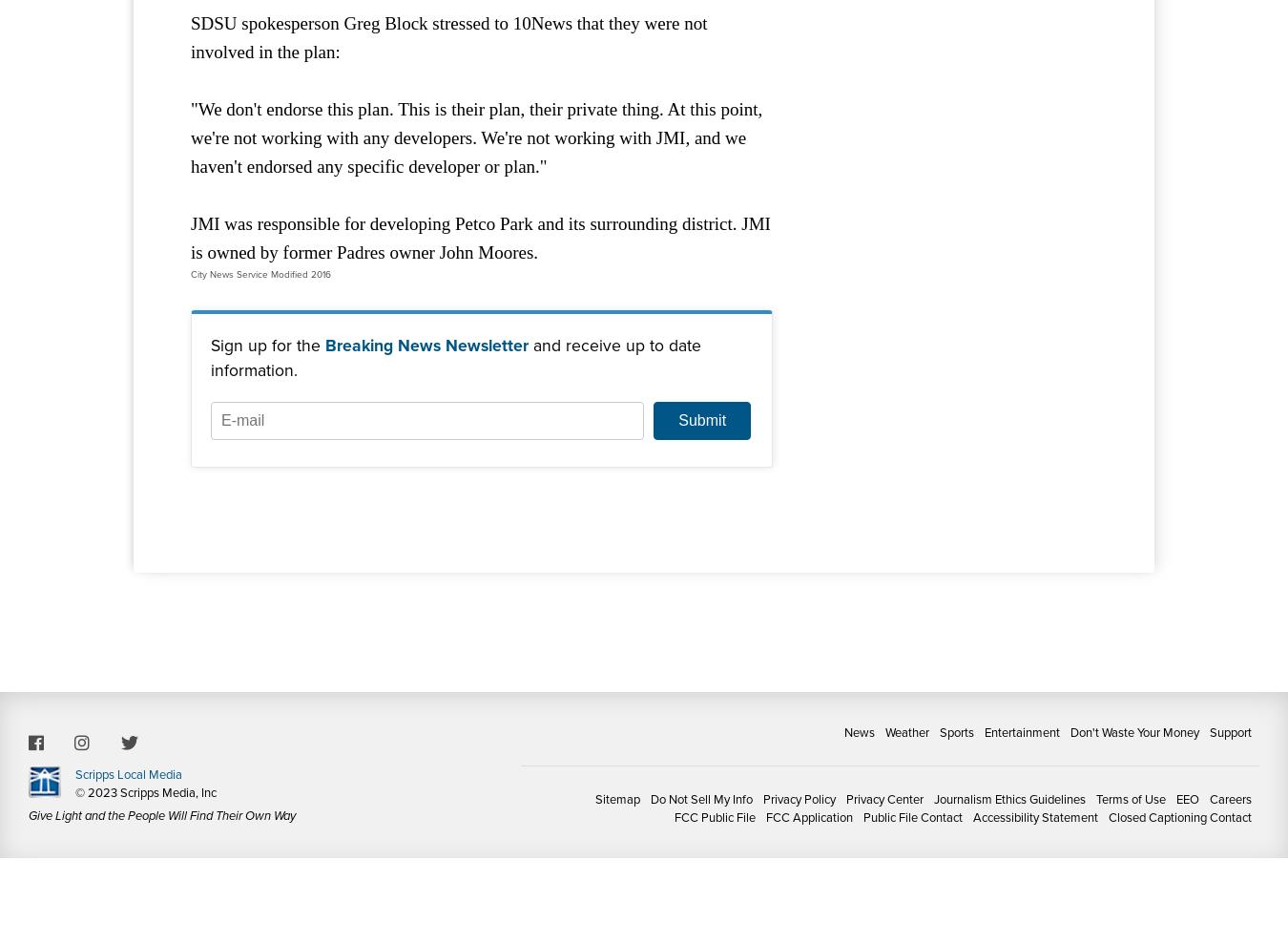 This screenshot has width=1288, height=944. I want to click on 'Scripps Local Media', so click(73, 772).